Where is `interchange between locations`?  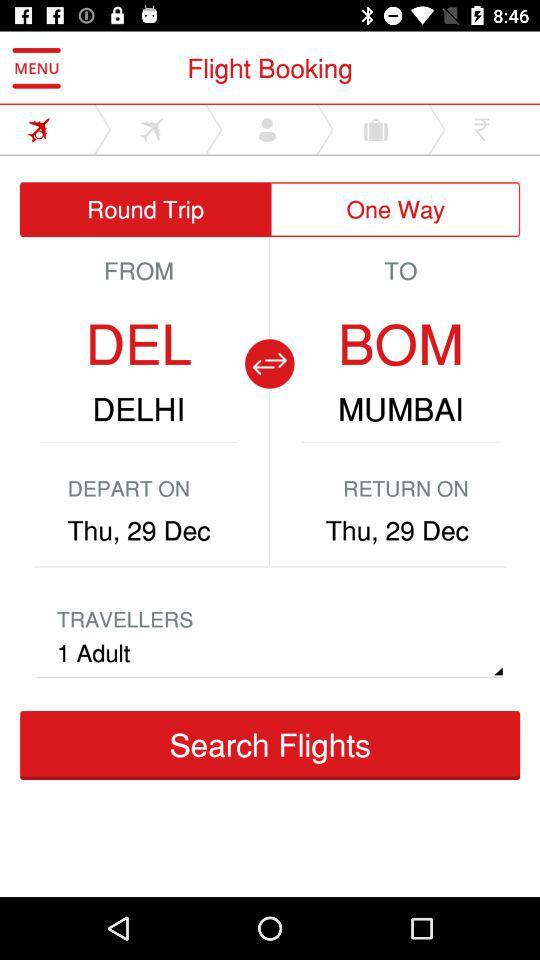
interchange between locations is located at coordinates (269, 362).